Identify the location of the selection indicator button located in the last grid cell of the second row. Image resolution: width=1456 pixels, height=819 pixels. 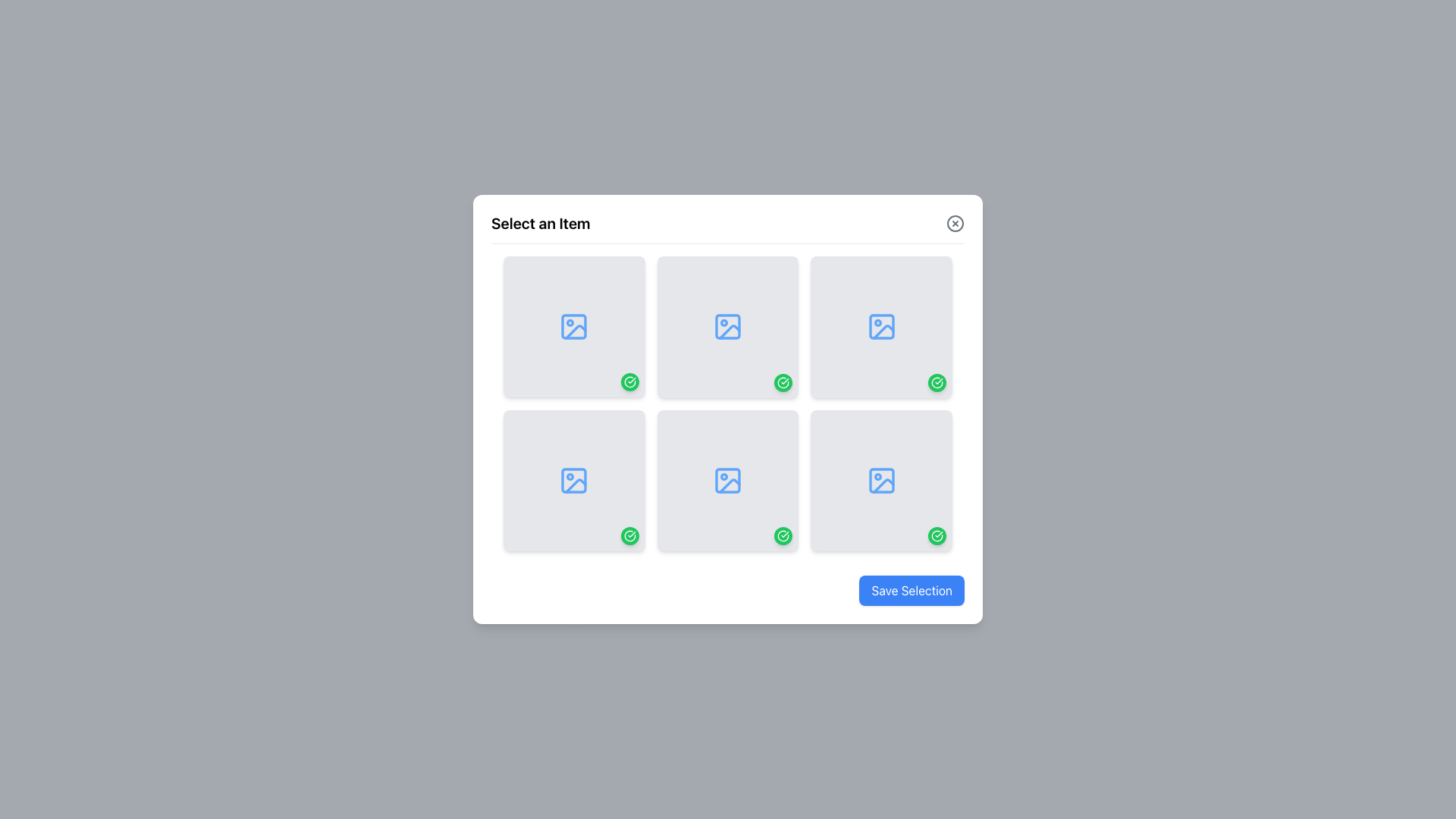
(783, 535).